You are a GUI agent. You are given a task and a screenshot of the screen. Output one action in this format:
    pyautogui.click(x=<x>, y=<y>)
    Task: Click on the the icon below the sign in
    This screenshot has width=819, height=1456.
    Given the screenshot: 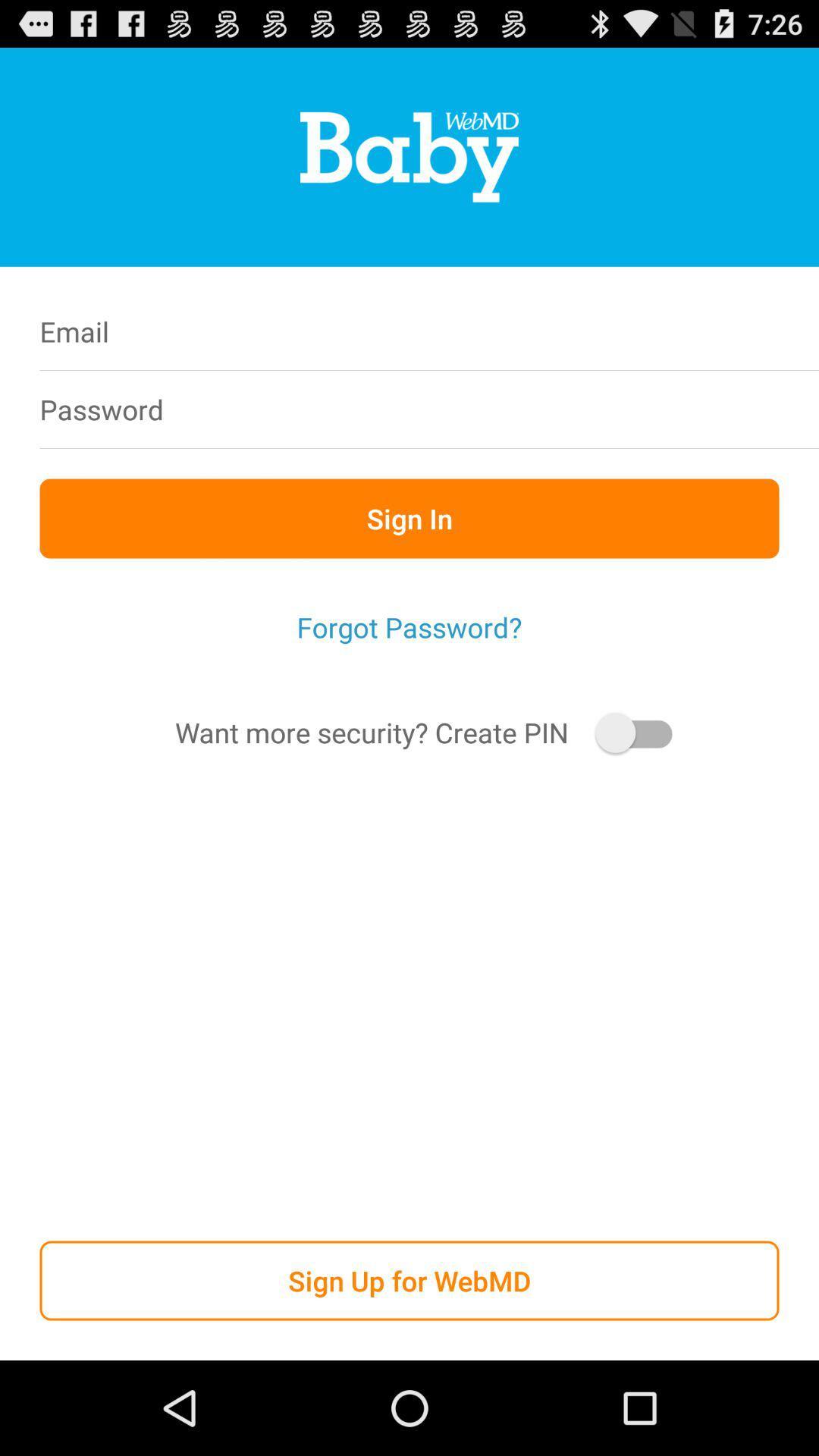 What is the action you would take?
    pyautogui.click(x=409, y=627)
    